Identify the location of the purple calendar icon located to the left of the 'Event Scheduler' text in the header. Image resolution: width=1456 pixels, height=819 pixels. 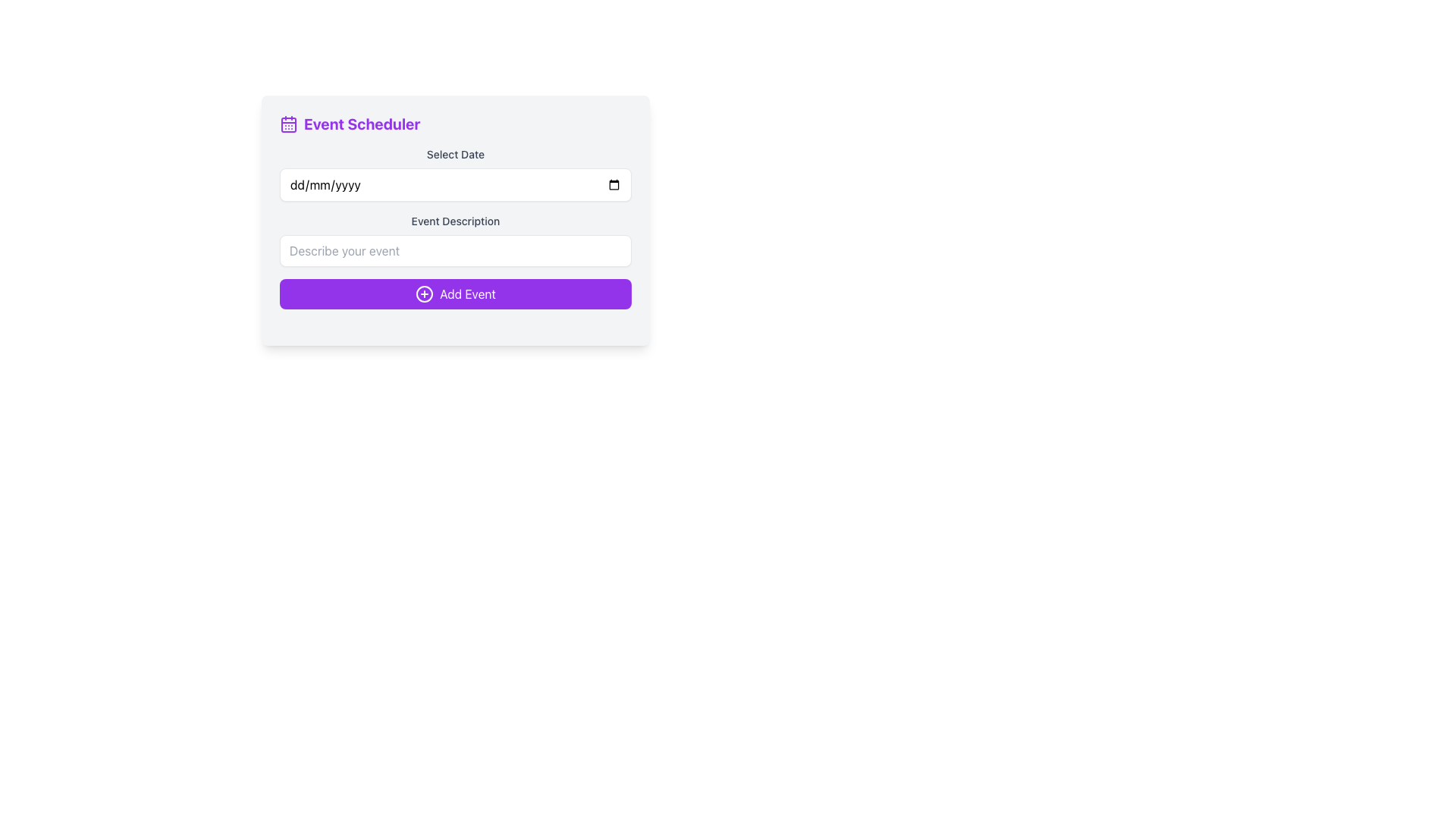
(288, 124).